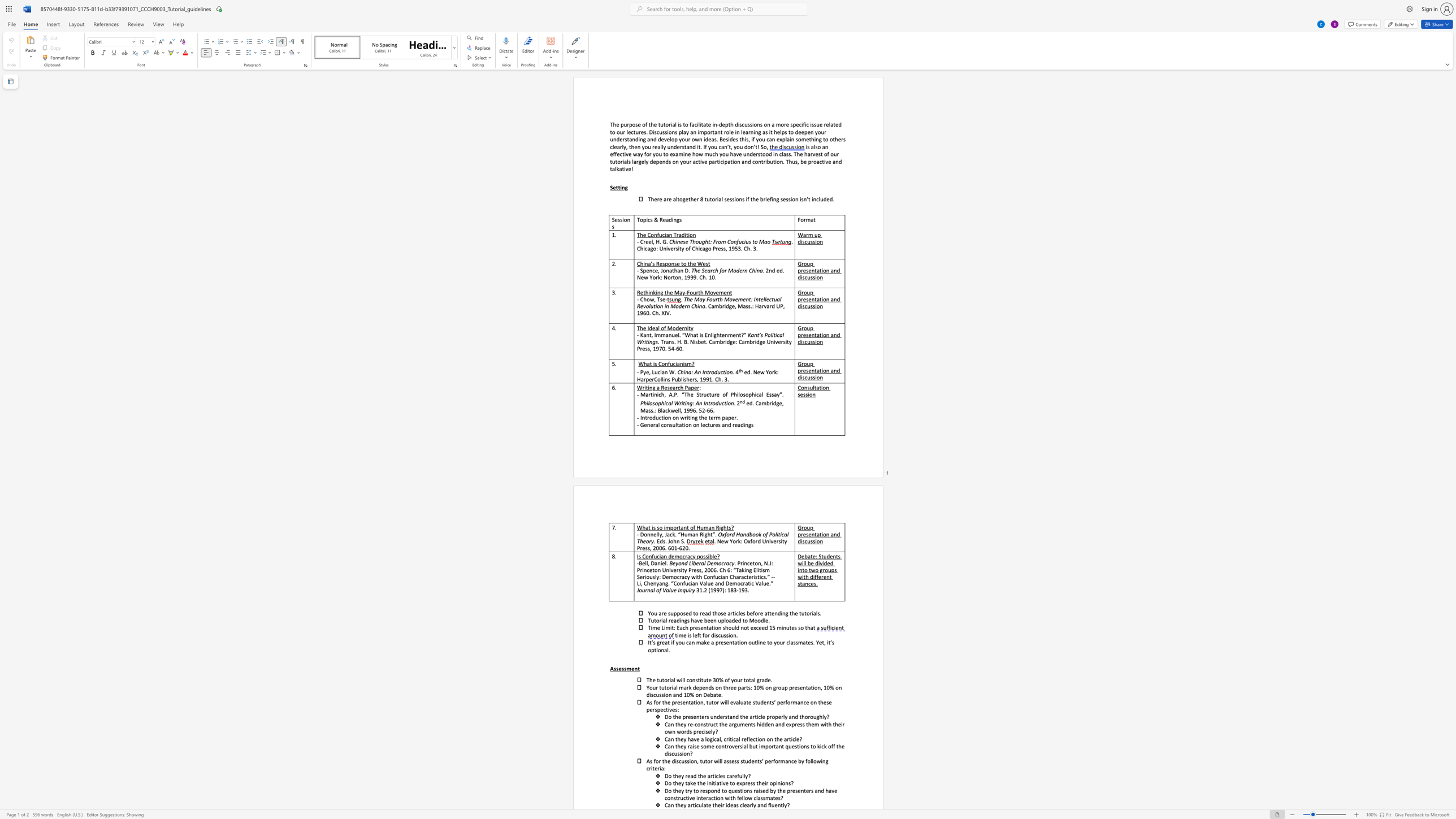  I want to click on the 1th character "c" in the text, so click(696, 161).